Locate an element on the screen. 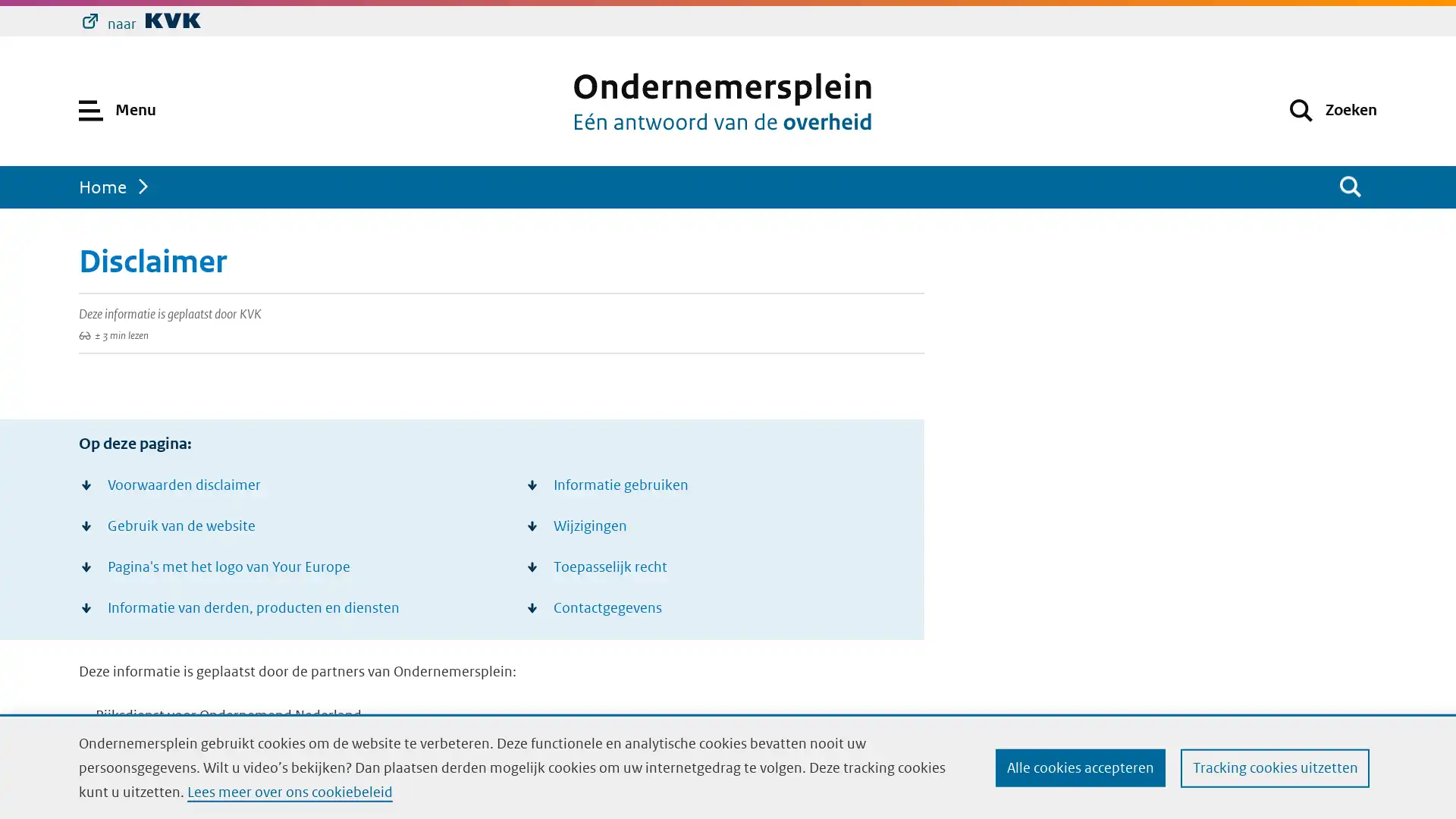 This screenshot has height=819, width=1456. Alle cookies accepteren is located at coordinates (1080, 767).